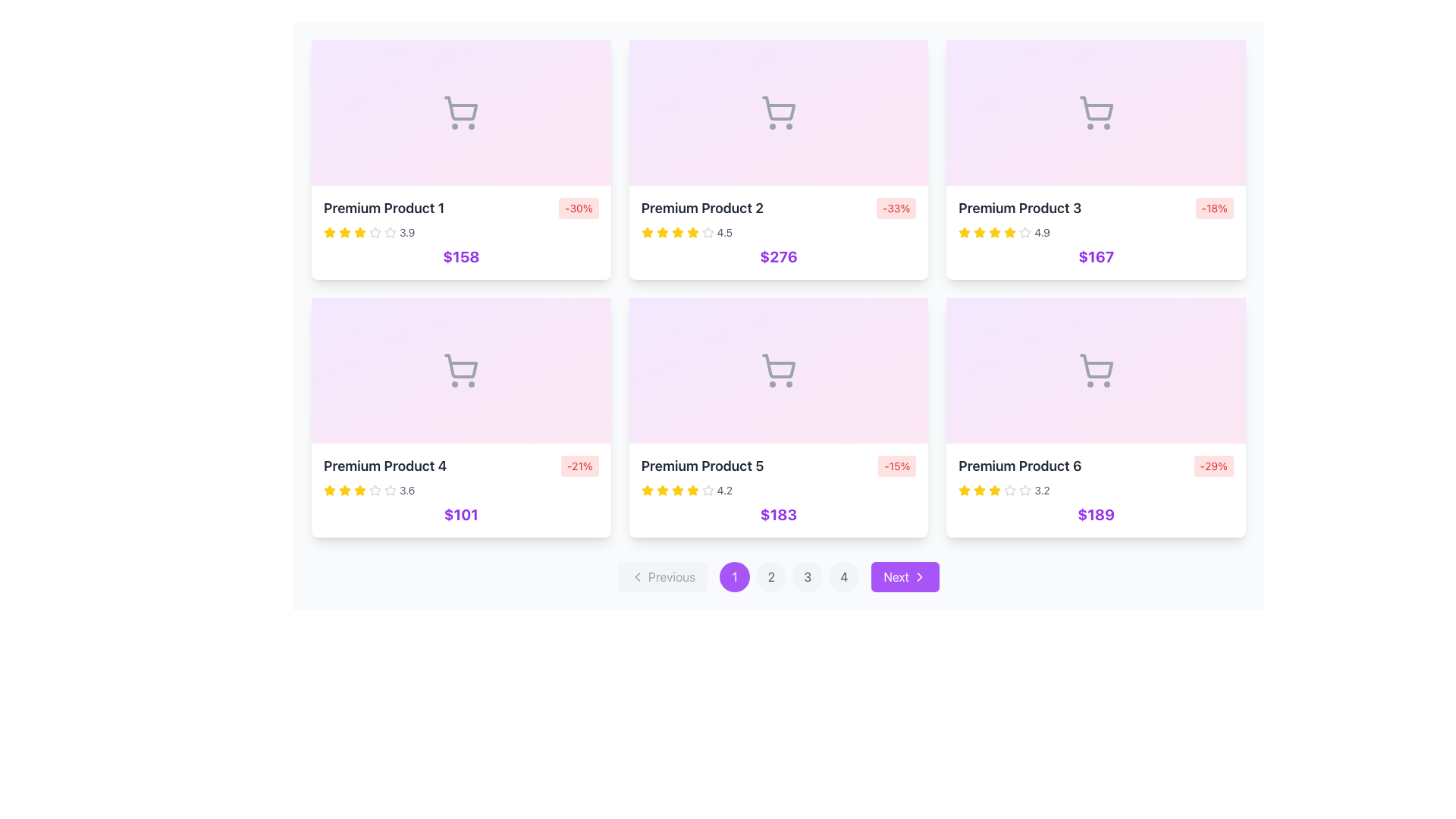  What do you see at coordinates (662, 232) in the screenshot?
I see `the second filled star icon in the rating system of the Premium Product 2 card located at the top center of the grid` at bounding box center [662, 232].